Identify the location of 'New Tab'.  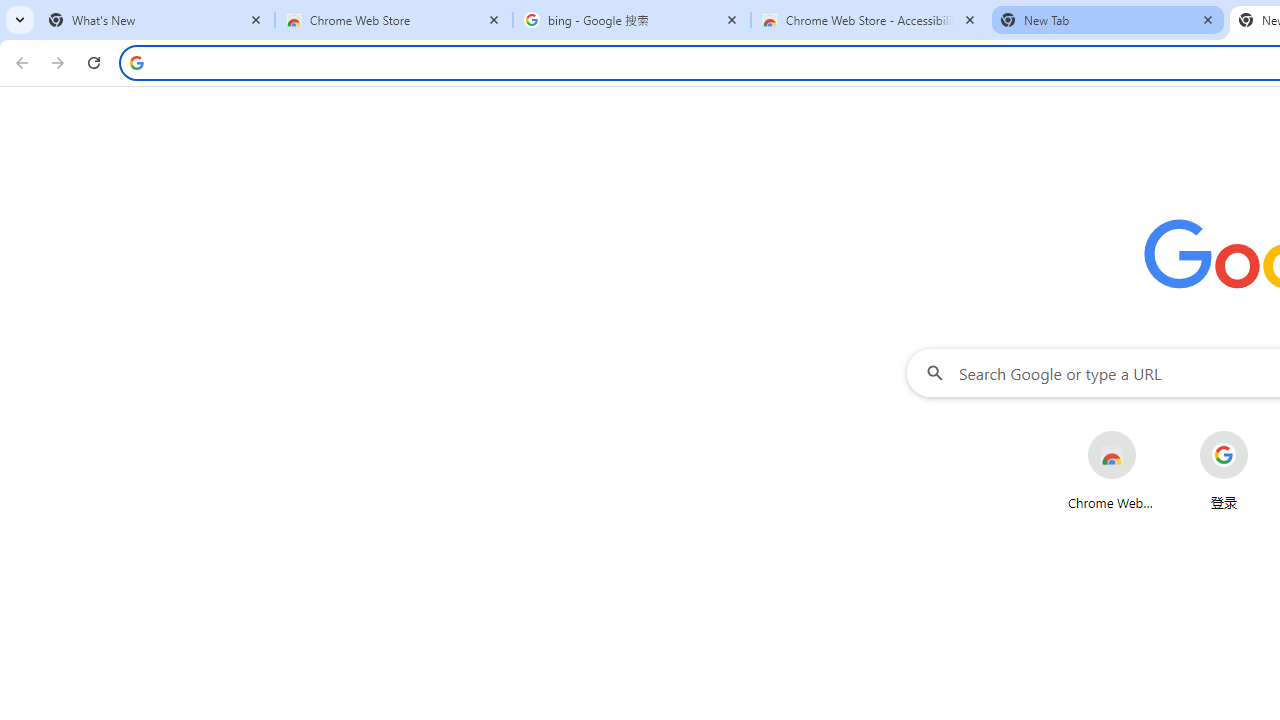
(1107, 20).